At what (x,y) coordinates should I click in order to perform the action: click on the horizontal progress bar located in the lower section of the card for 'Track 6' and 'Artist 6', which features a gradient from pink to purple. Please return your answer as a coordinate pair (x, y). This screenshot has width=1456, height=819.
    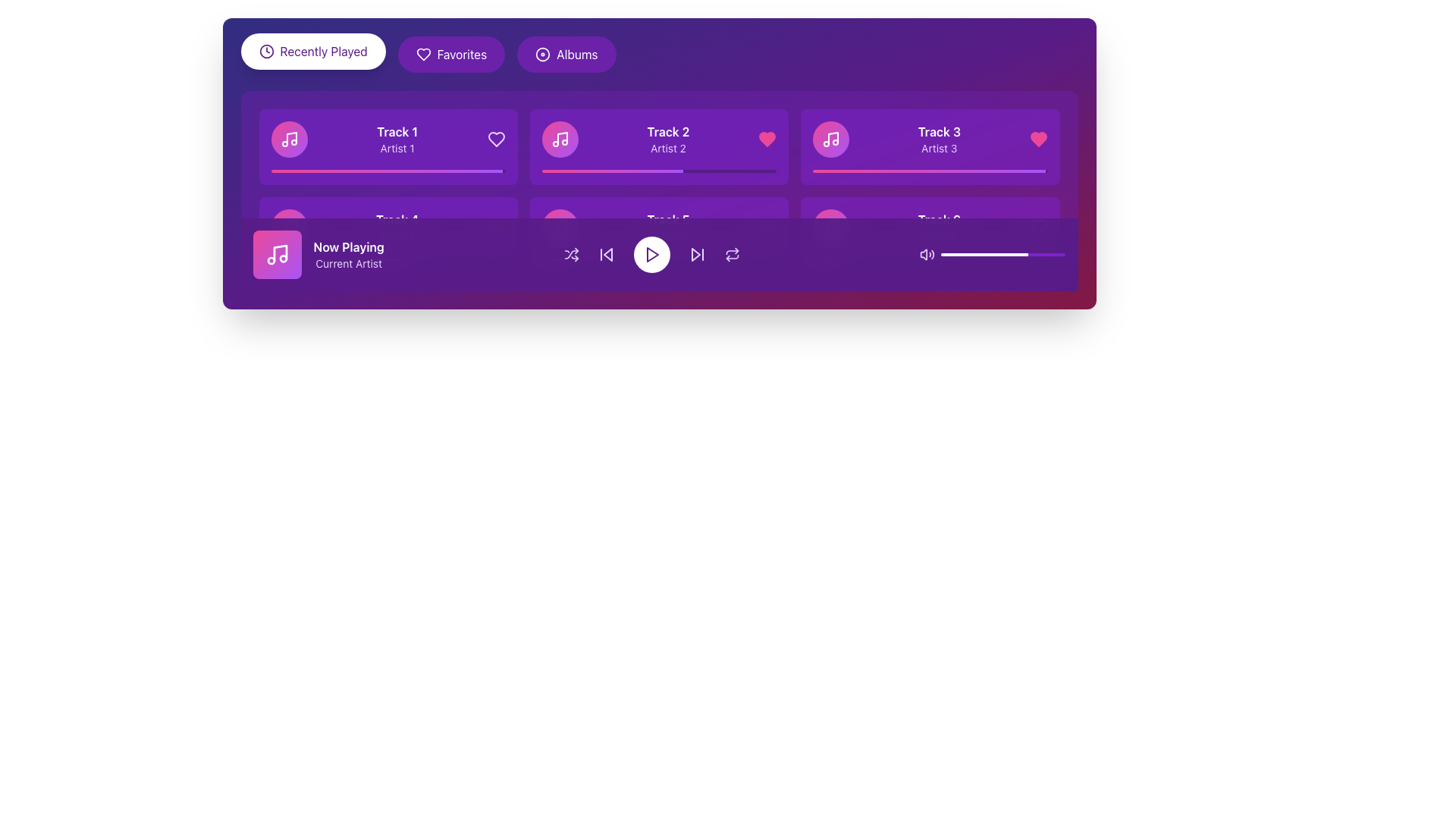
    Looking at the image, I should click on (929, 259).